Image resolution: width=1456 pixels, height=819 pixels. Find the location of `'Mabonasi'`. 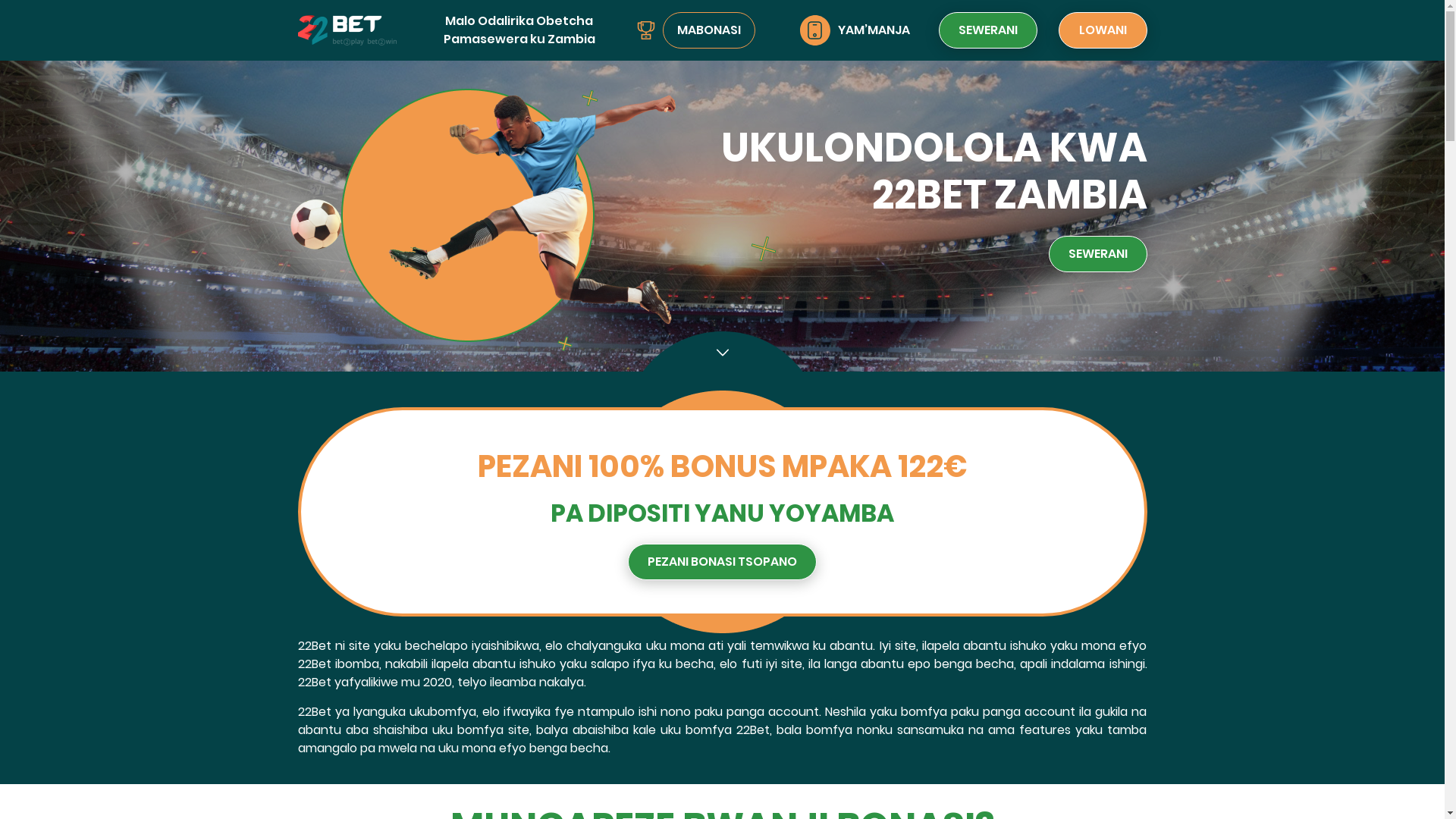

'Mabonasi' is located at coordinates (645, 30).